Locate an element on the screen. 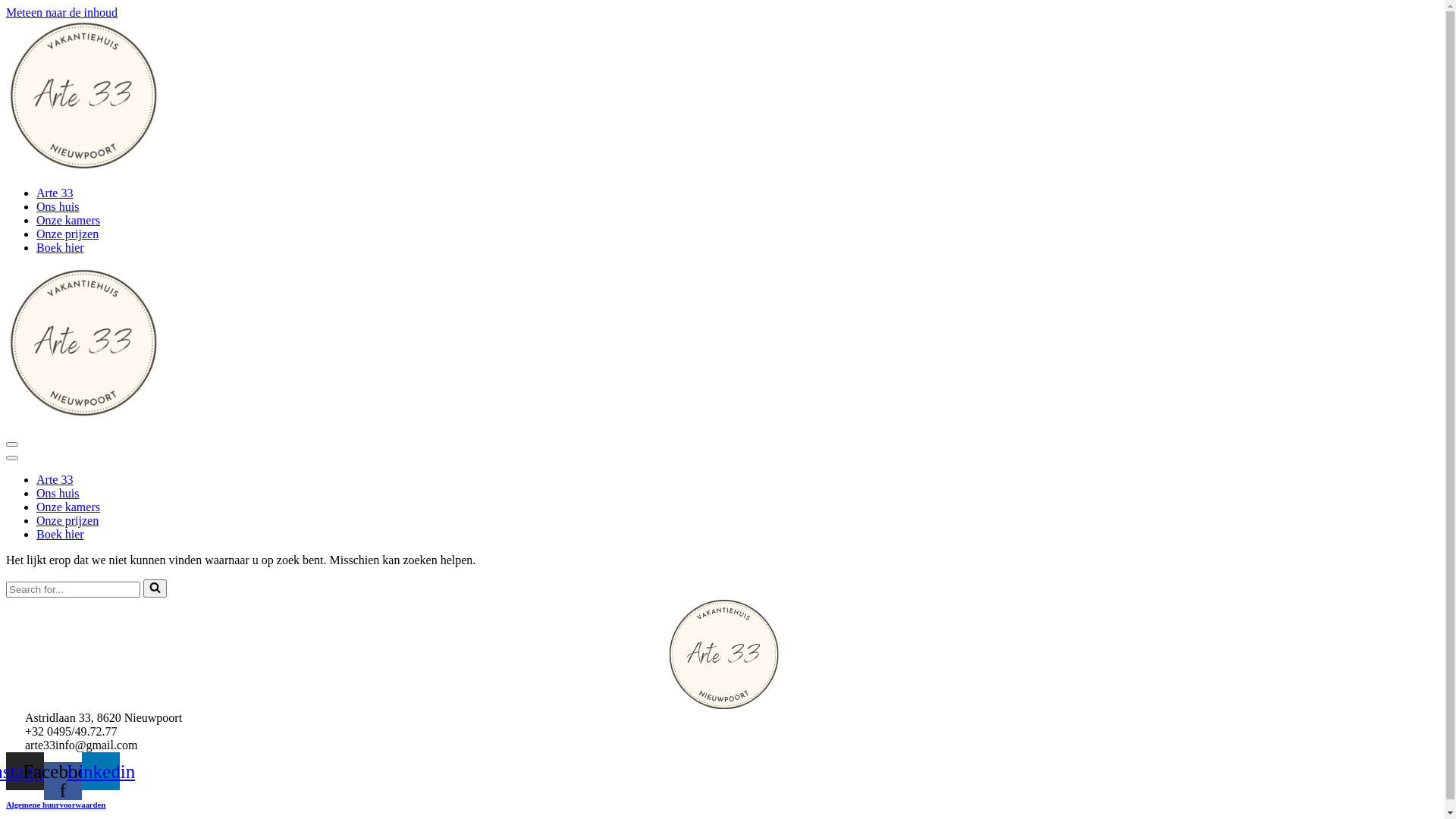  'Onze kamers' is located at coordinates (67, 220).